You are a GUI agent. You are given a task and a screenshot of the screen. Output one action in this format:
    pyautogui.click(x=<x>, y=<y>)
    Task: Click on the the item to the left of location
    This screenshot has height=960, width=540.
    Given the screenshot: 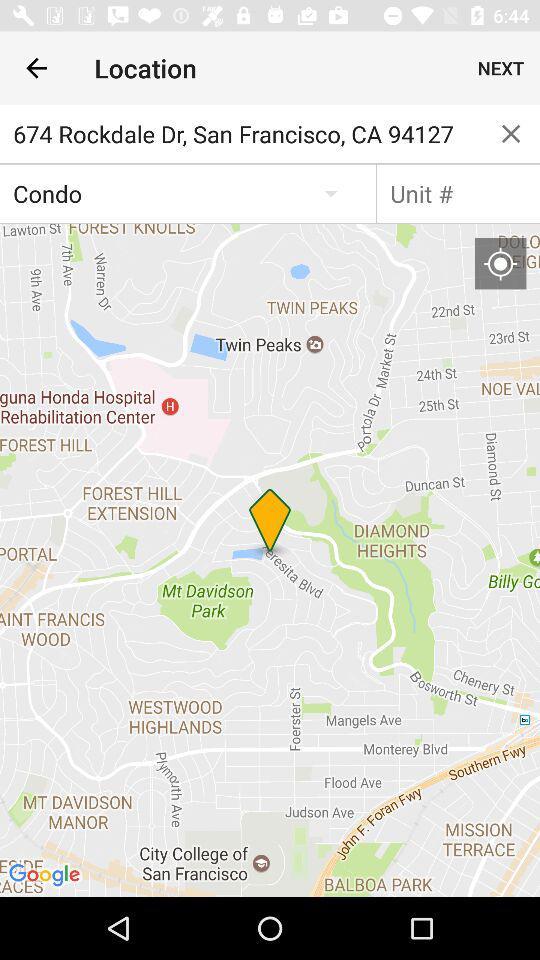 What is the action you would take?
    pyautogui.click(x=36, y=68)
    